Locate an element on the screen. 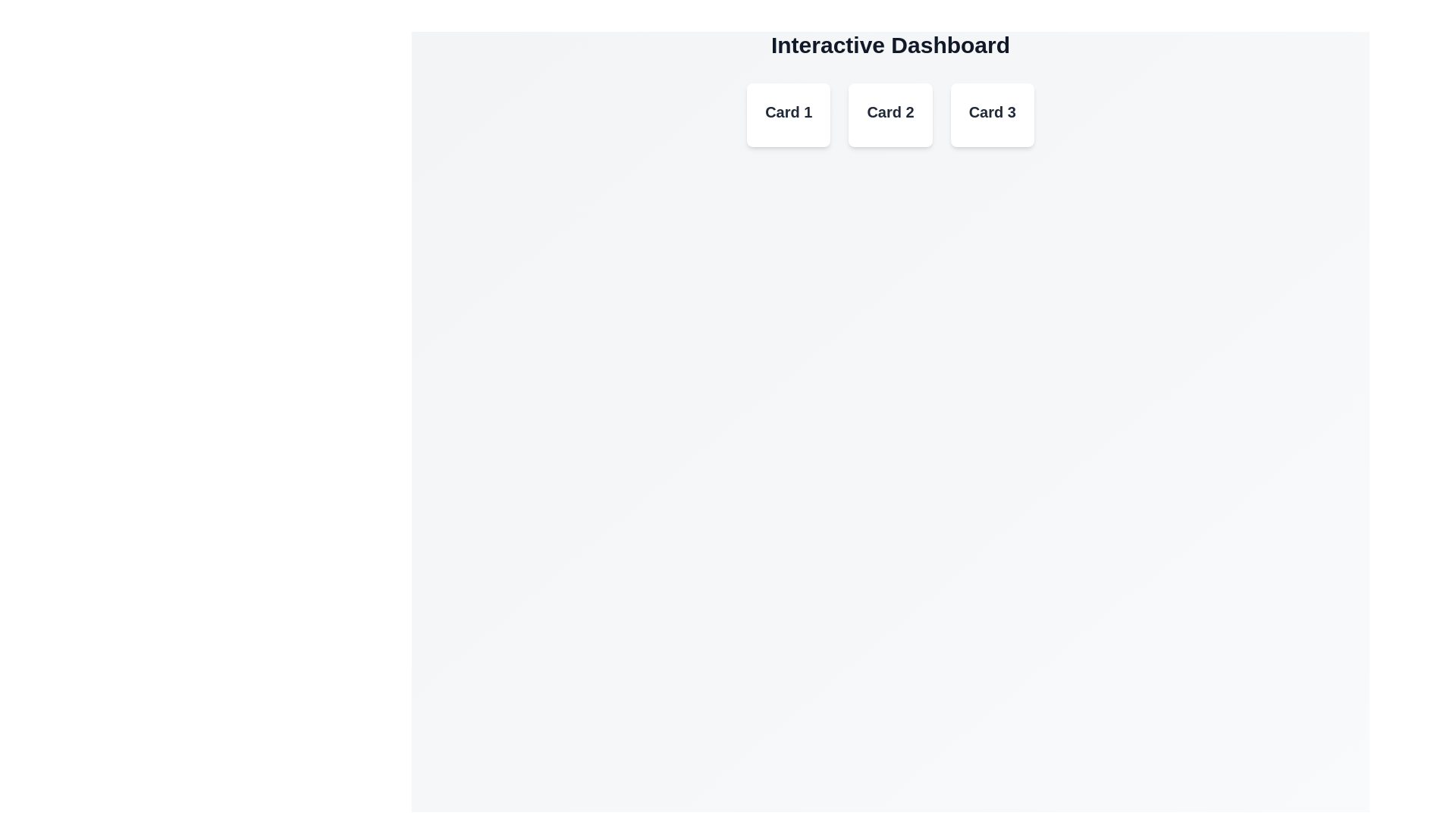 The width and height of the screenshot is (1456, 819). the text label displaying 'Card 3' which is styled in bold and enlarged dark gray font, located within the third card of the 'Interactive Dashboard' is located at coordinates (992, 111).